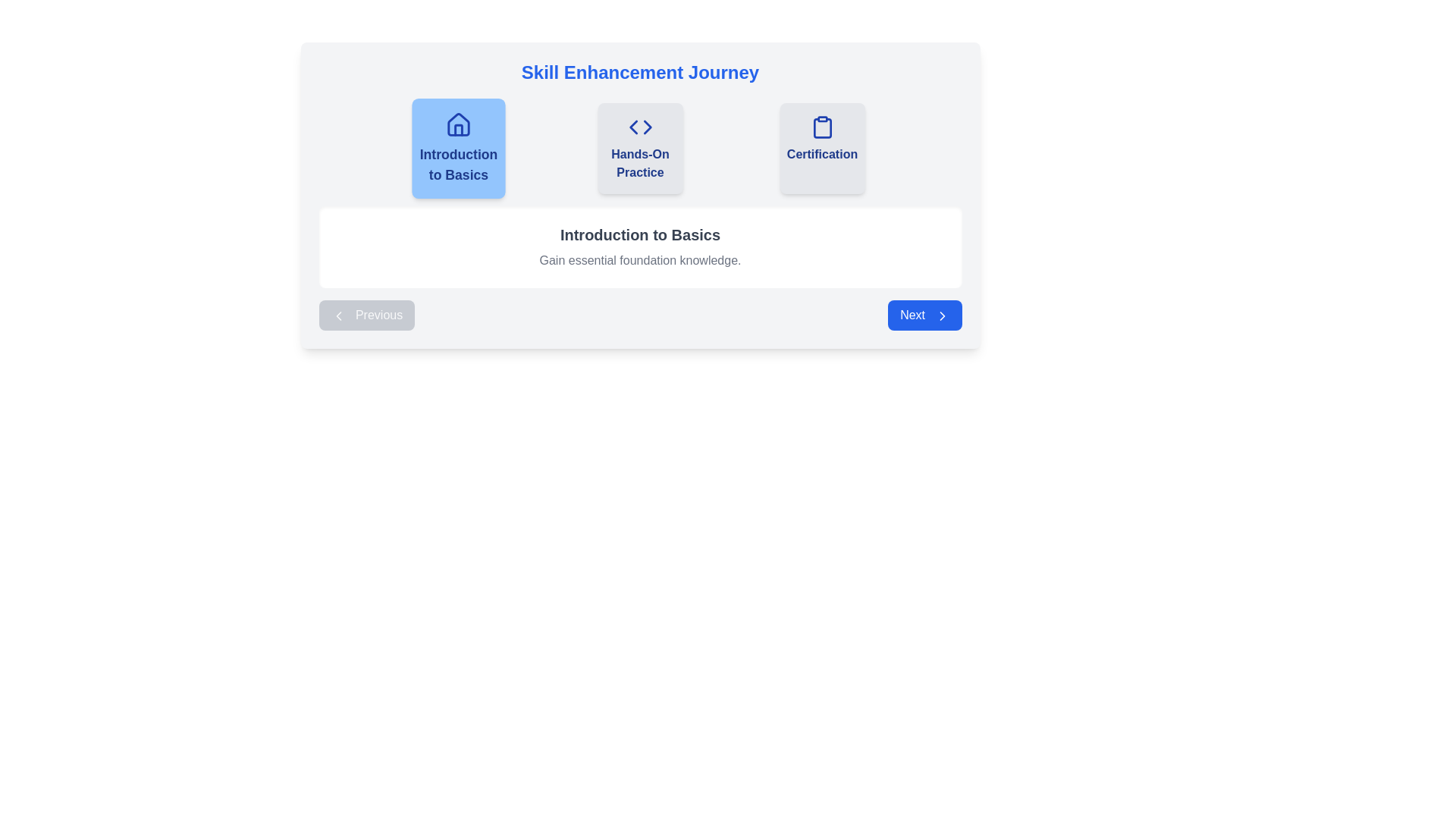  I want to click on the text label or heading labeled 'Introduction to Basics', which is prominently displayed in the central part of the interface, above the smaller gray text and below clickable icons, so click(640, 234).